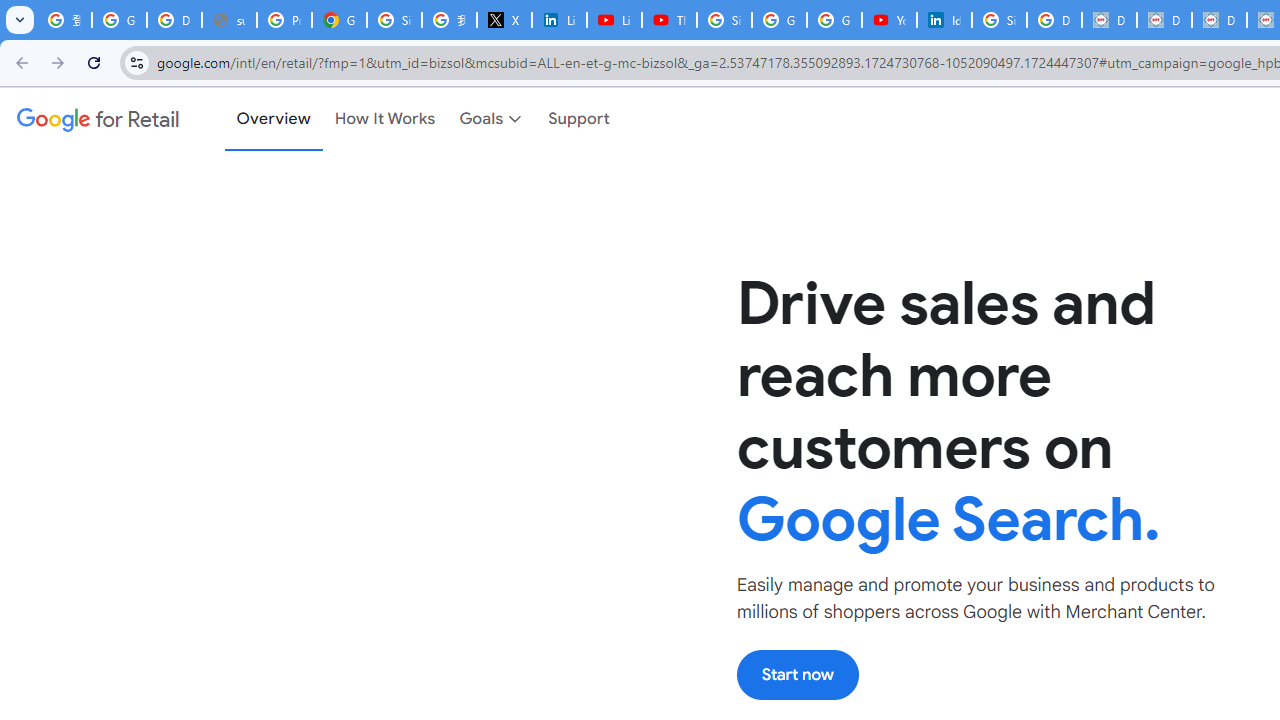 Image resolution: width=1280 pixels, height=720 pixels. What do you see at coordinates (283, 20) in the screenshot?
I see `'Privacy Help Center - Policies Help'` at bounding box center [283, 20].